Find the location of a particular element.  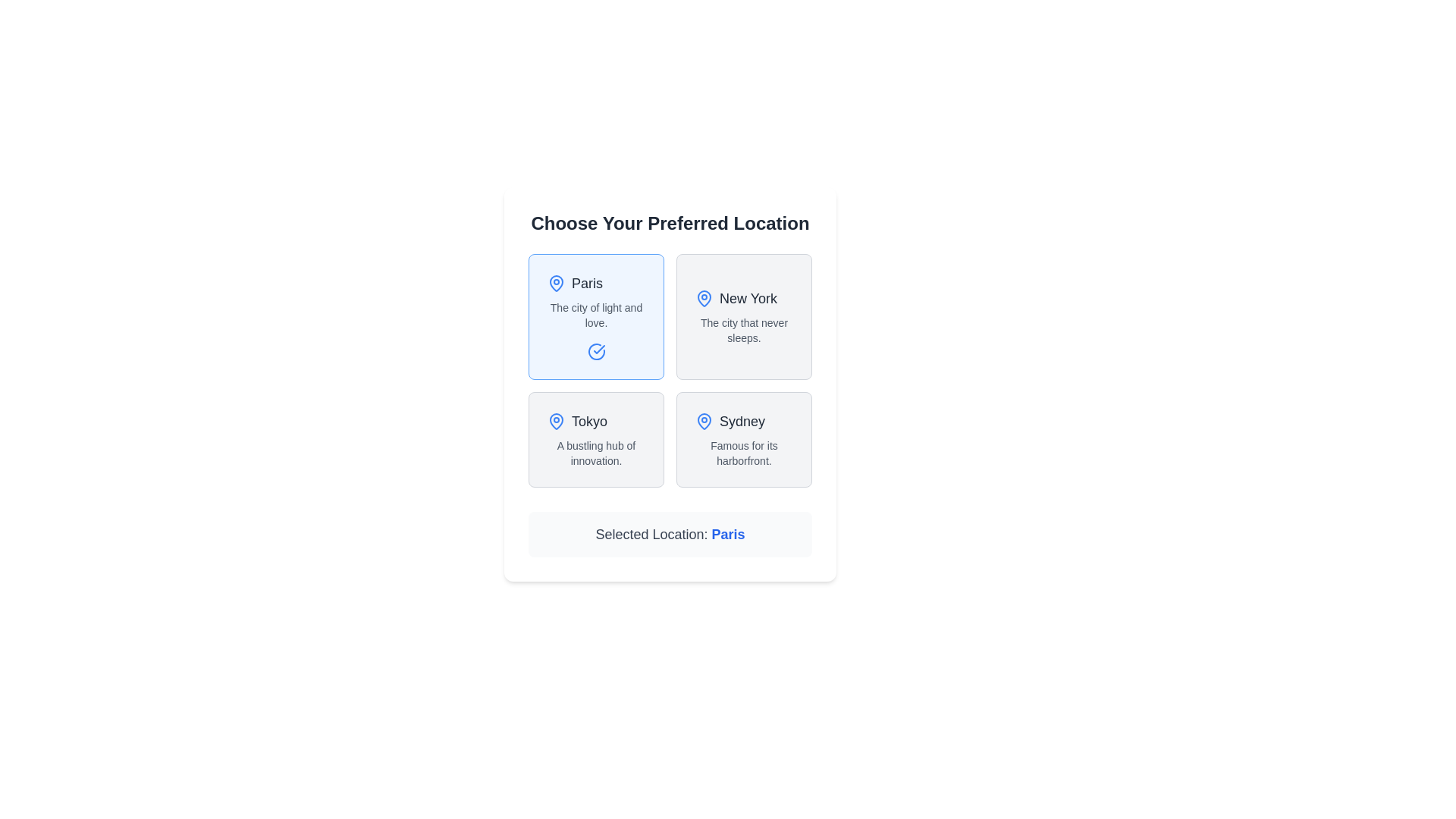

displayed information from the text display component that indicates the currently selected location, located directly below the grid of location options is located at coordinates (669, 534).